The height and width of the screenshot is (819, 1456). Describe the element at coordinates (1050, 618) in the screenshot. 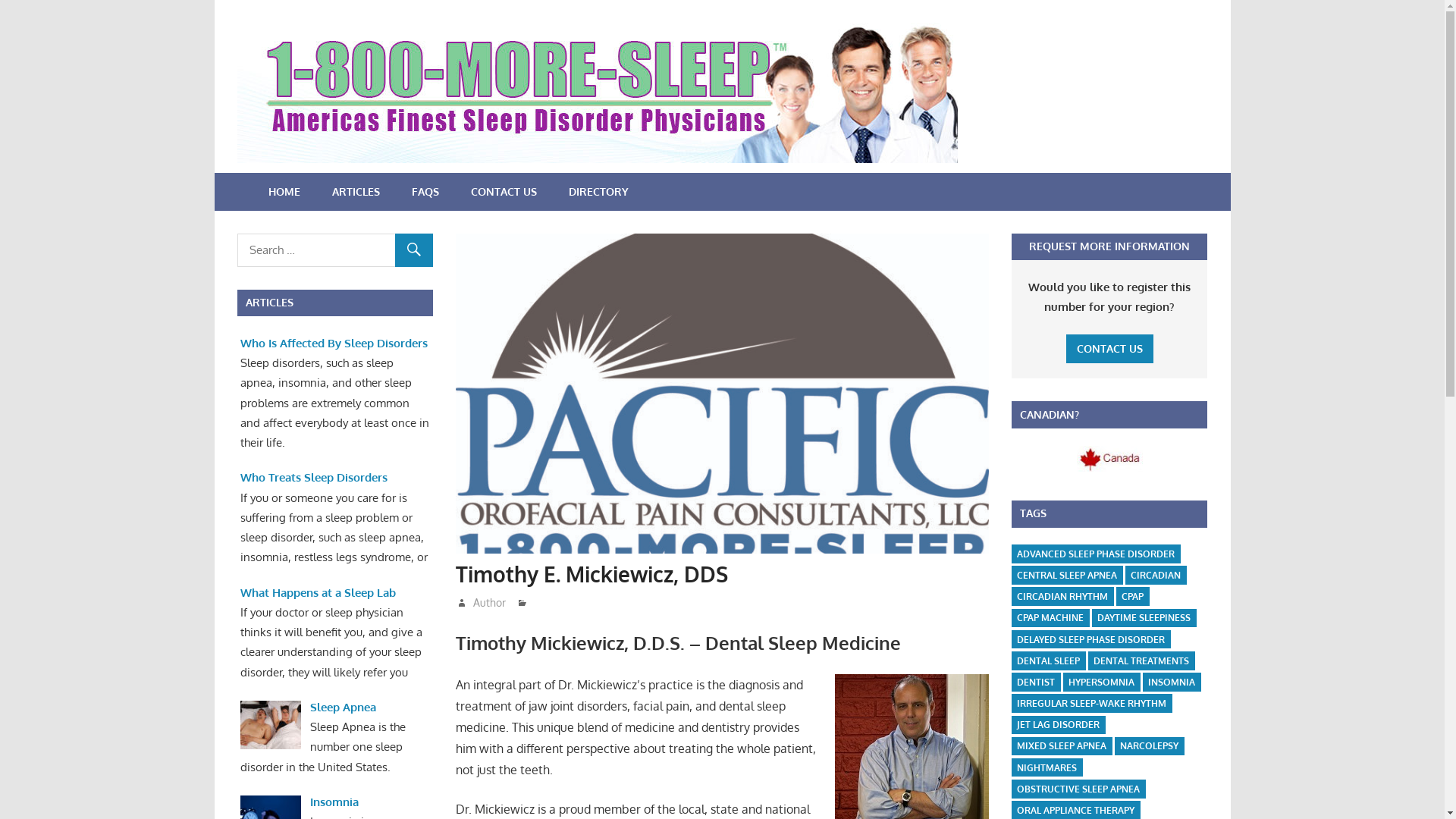

I see `'CPAP MACHINE'` at that location.